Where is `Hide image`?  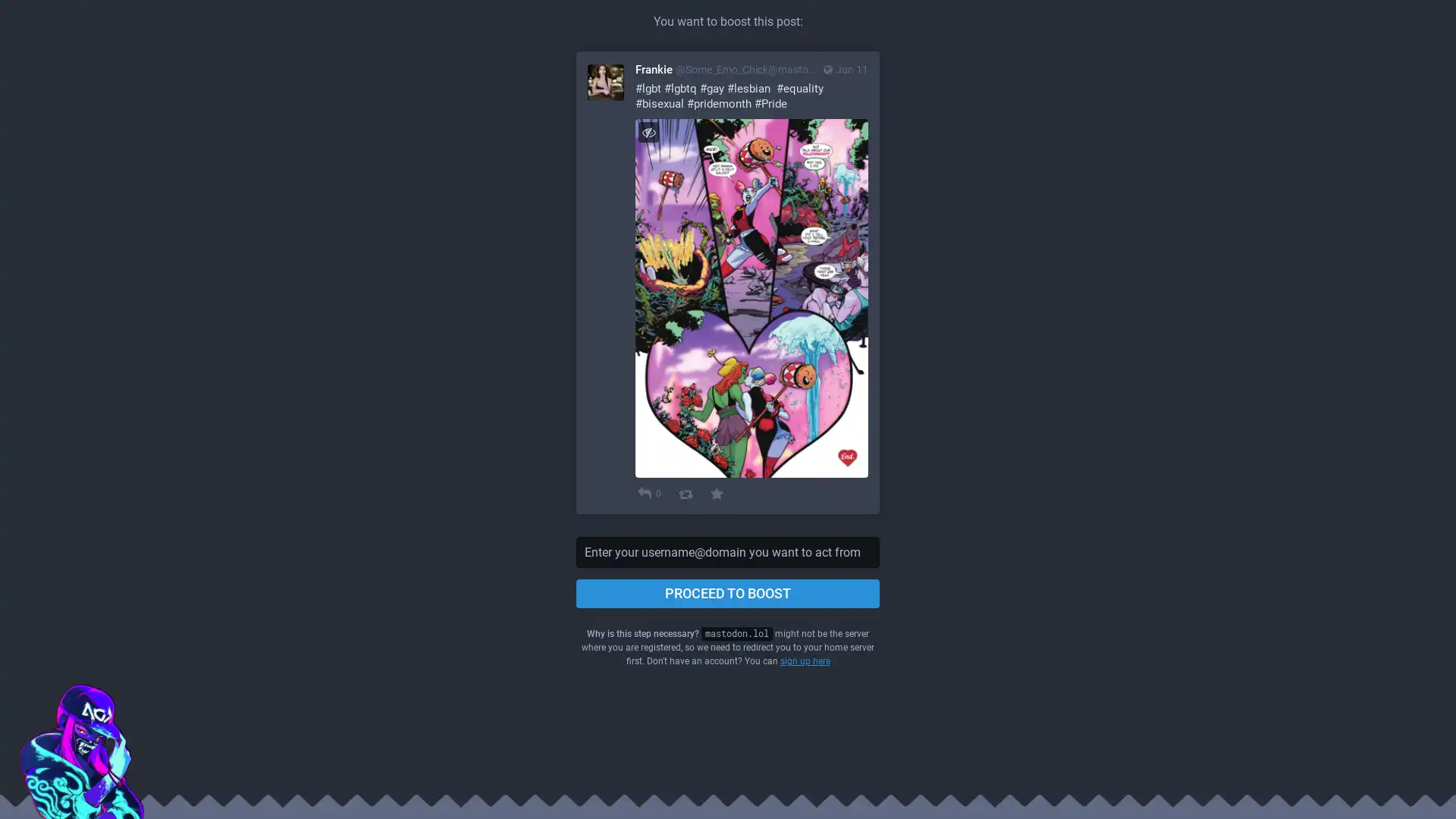 Hide image is located at coordinates (648, 131).